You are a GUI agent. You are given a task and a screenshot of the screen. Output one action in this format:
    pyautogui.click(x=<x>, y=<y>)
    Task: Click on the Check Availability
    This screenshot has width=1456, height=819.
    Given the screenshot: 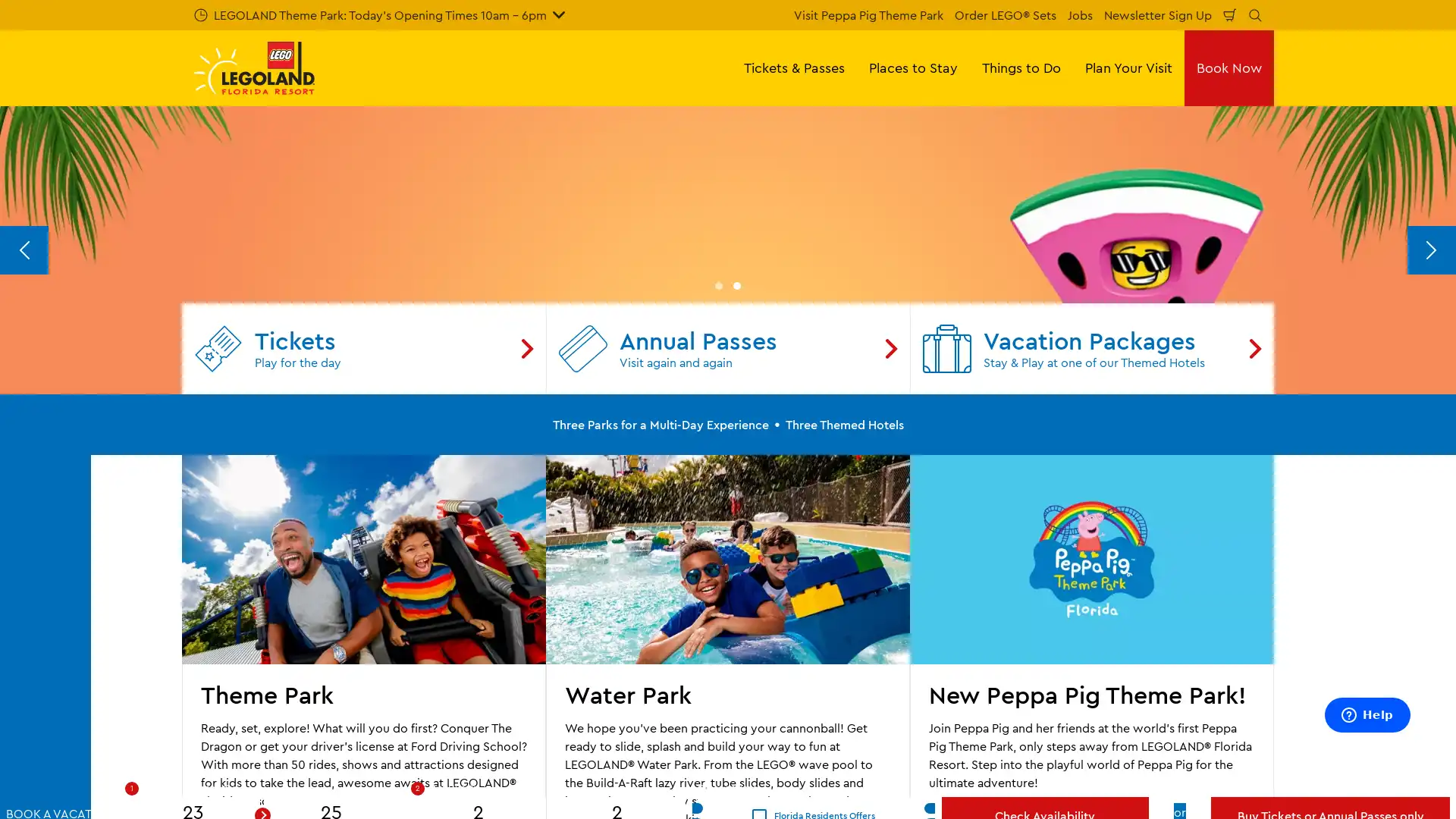 What is the action you would take?
    pyautogui.click(x=1043, y=786)
    